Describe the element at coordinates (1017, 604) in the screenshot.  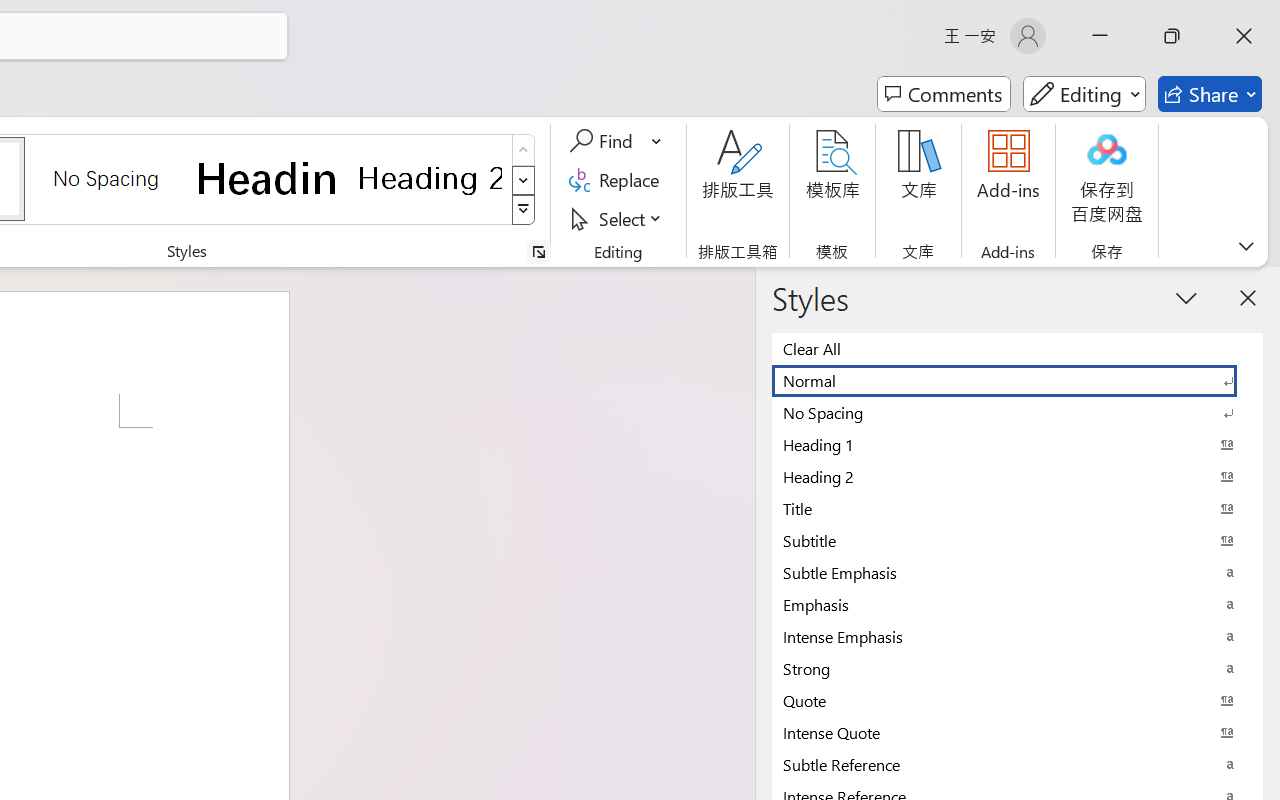
I see `'Emphasis'` at that location.